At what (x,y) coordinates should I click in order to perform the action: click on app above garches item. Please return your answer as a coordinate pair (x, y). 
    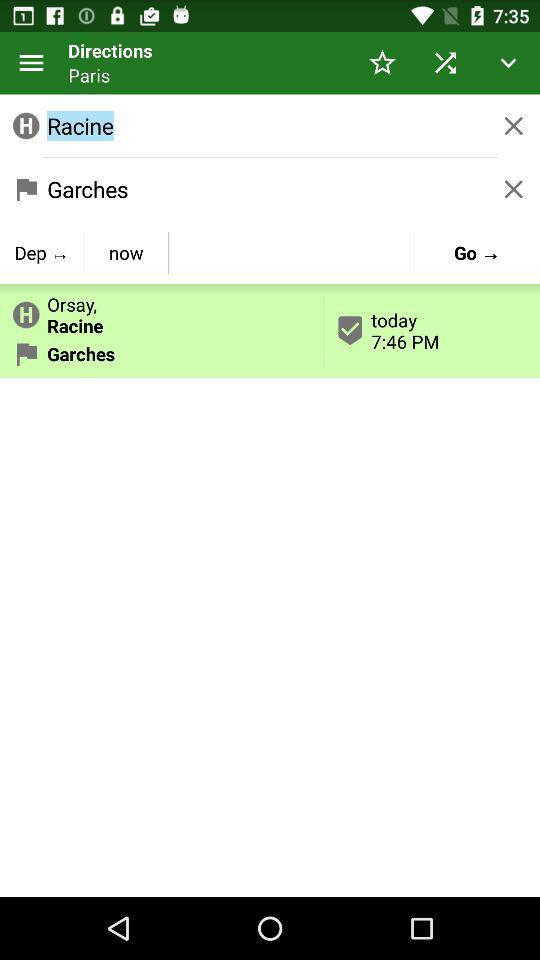
    Looking at the image, I should click on (160, 311).